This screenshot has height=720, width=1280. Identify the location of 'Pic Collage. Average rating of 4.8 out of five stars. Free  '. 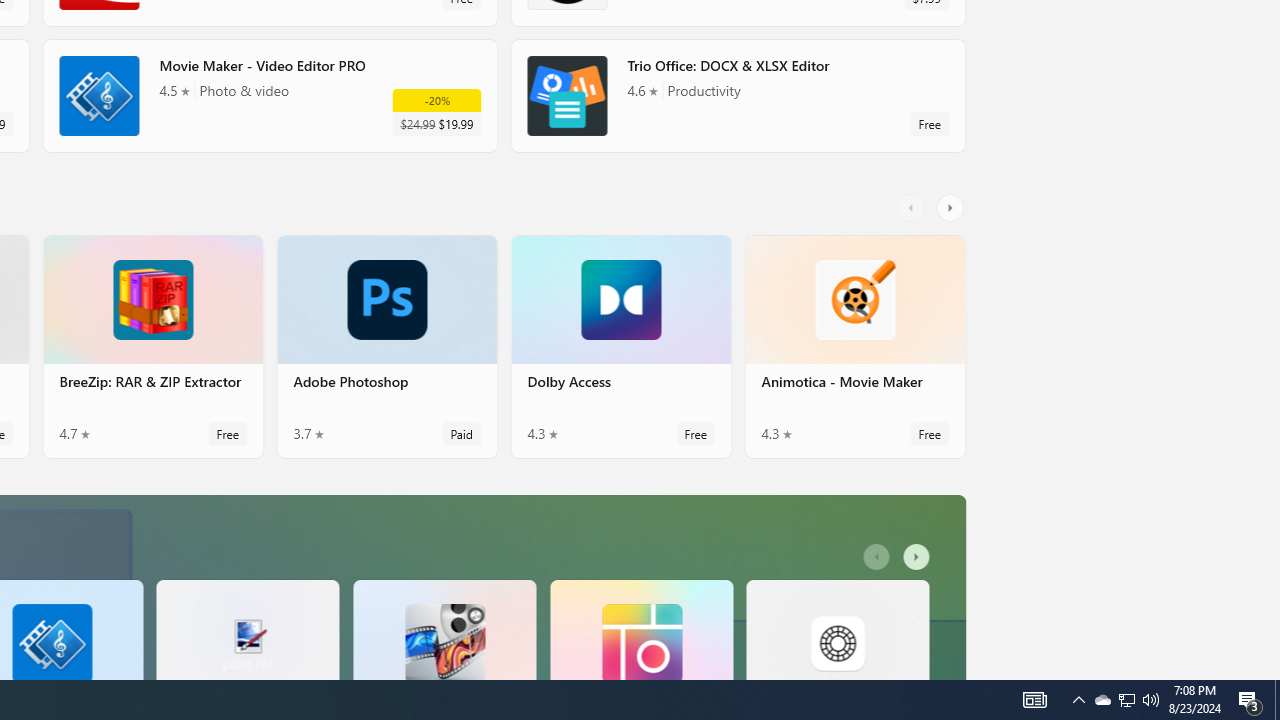
(641, 628).